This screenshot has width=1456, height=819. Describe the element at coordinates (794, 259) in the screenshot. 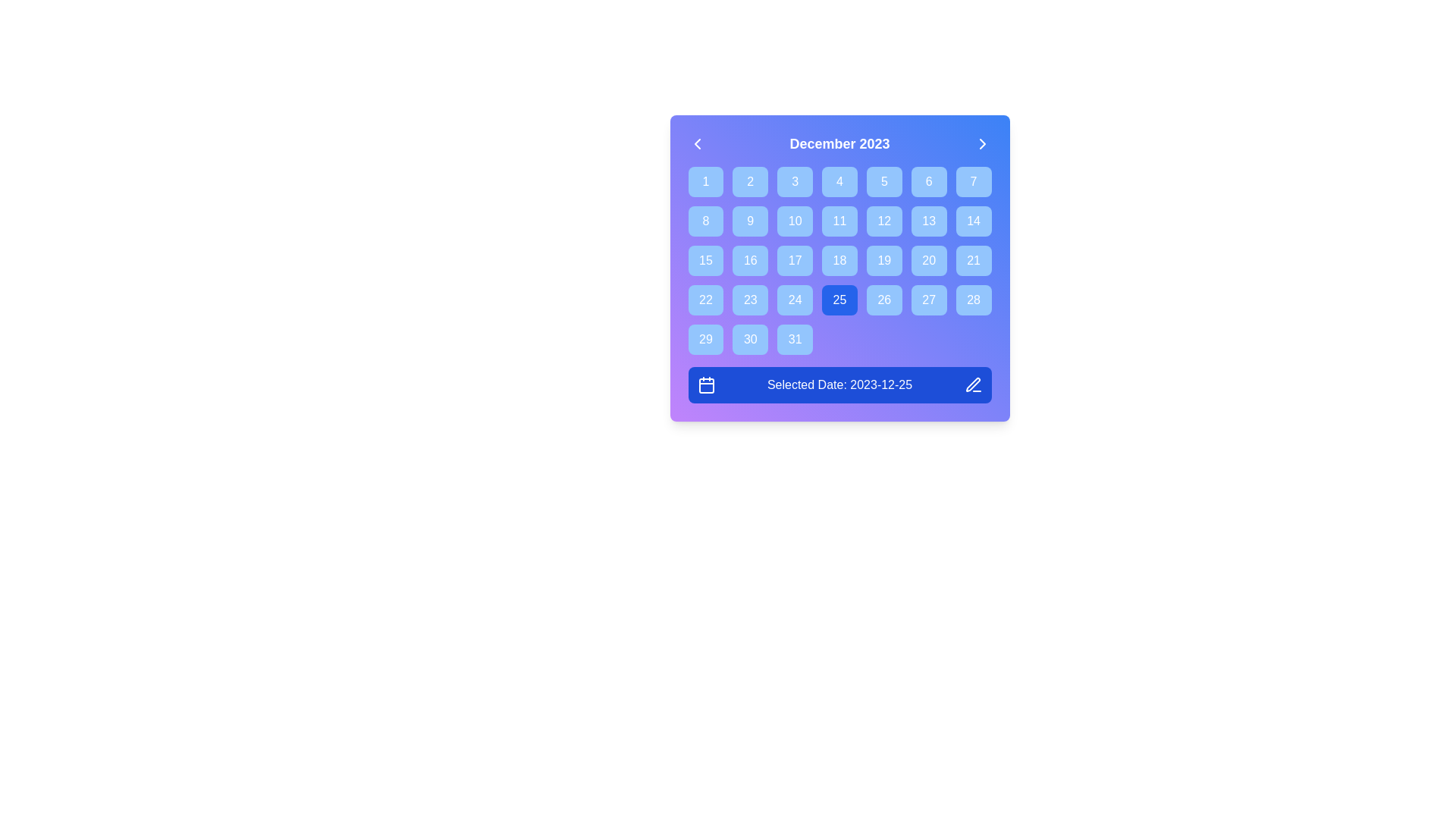

I see `the blue rounded rectangular button labeled '17' in the calendar grid for December 2023` at that location.